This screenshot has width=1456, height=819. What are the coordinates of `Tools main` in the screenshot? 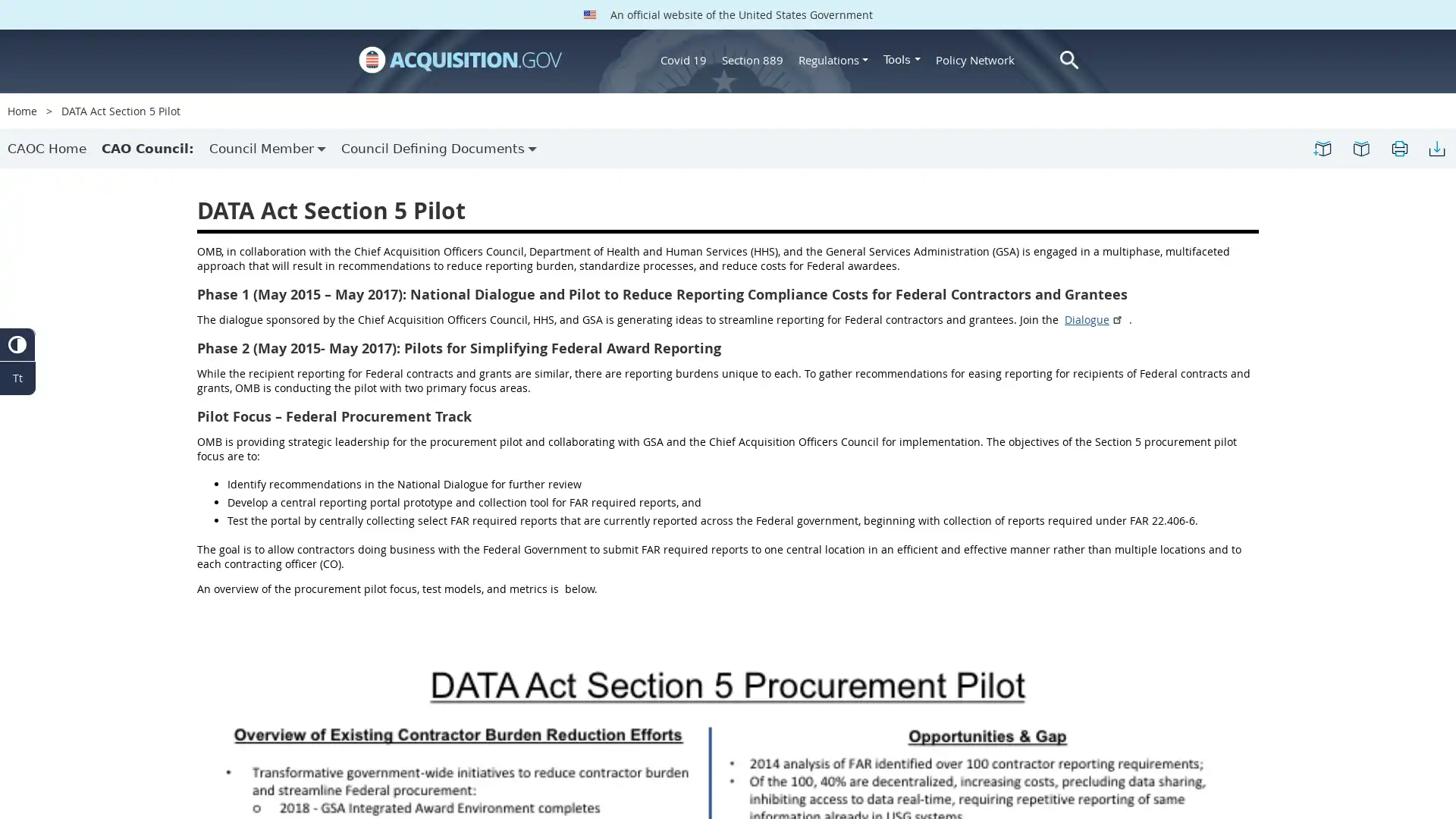 It's located at (902, 58).